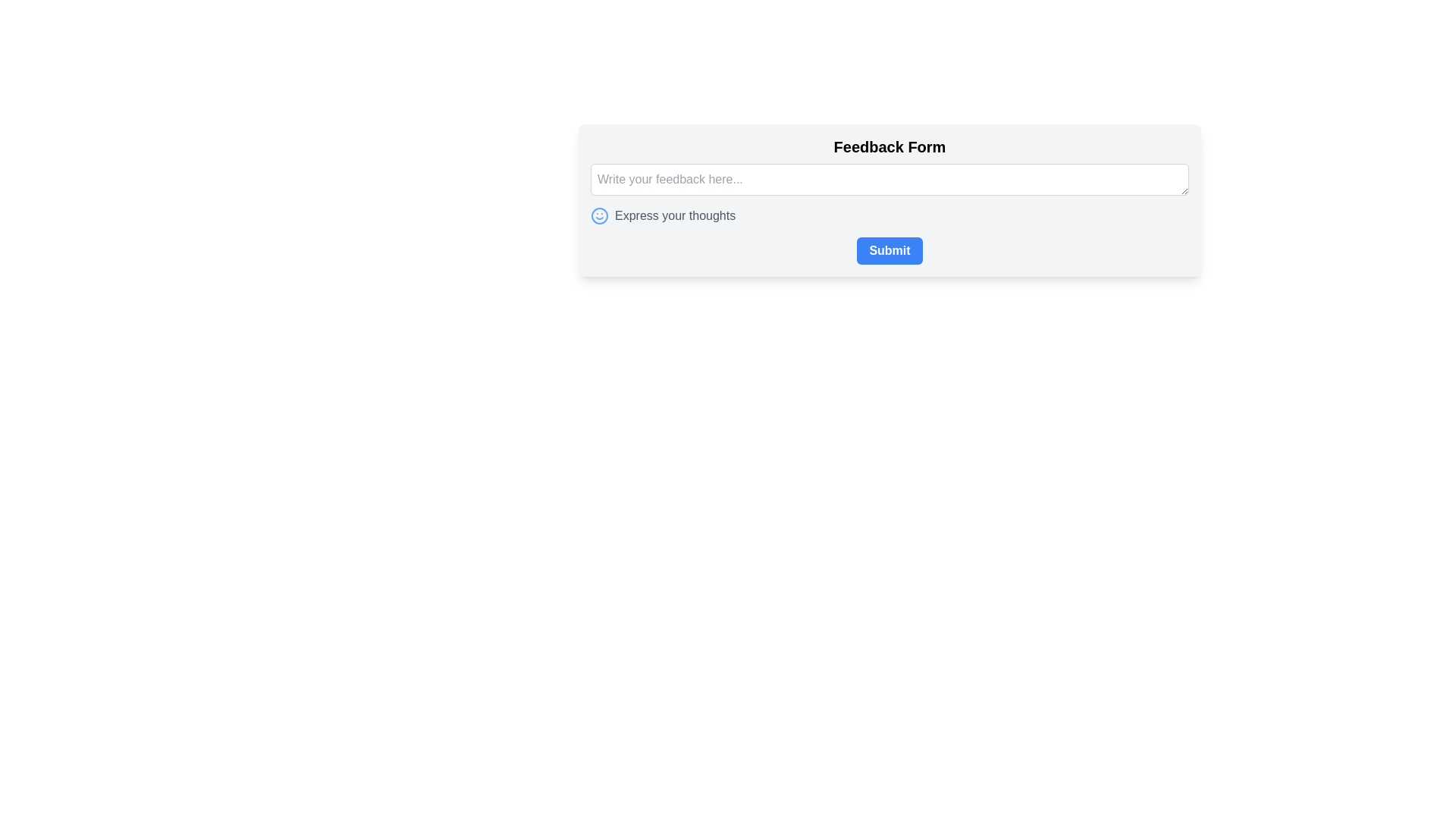  I want to click on the text input field with a light gray border and placeholder 'Write your feedback here...', so click(890, 178).